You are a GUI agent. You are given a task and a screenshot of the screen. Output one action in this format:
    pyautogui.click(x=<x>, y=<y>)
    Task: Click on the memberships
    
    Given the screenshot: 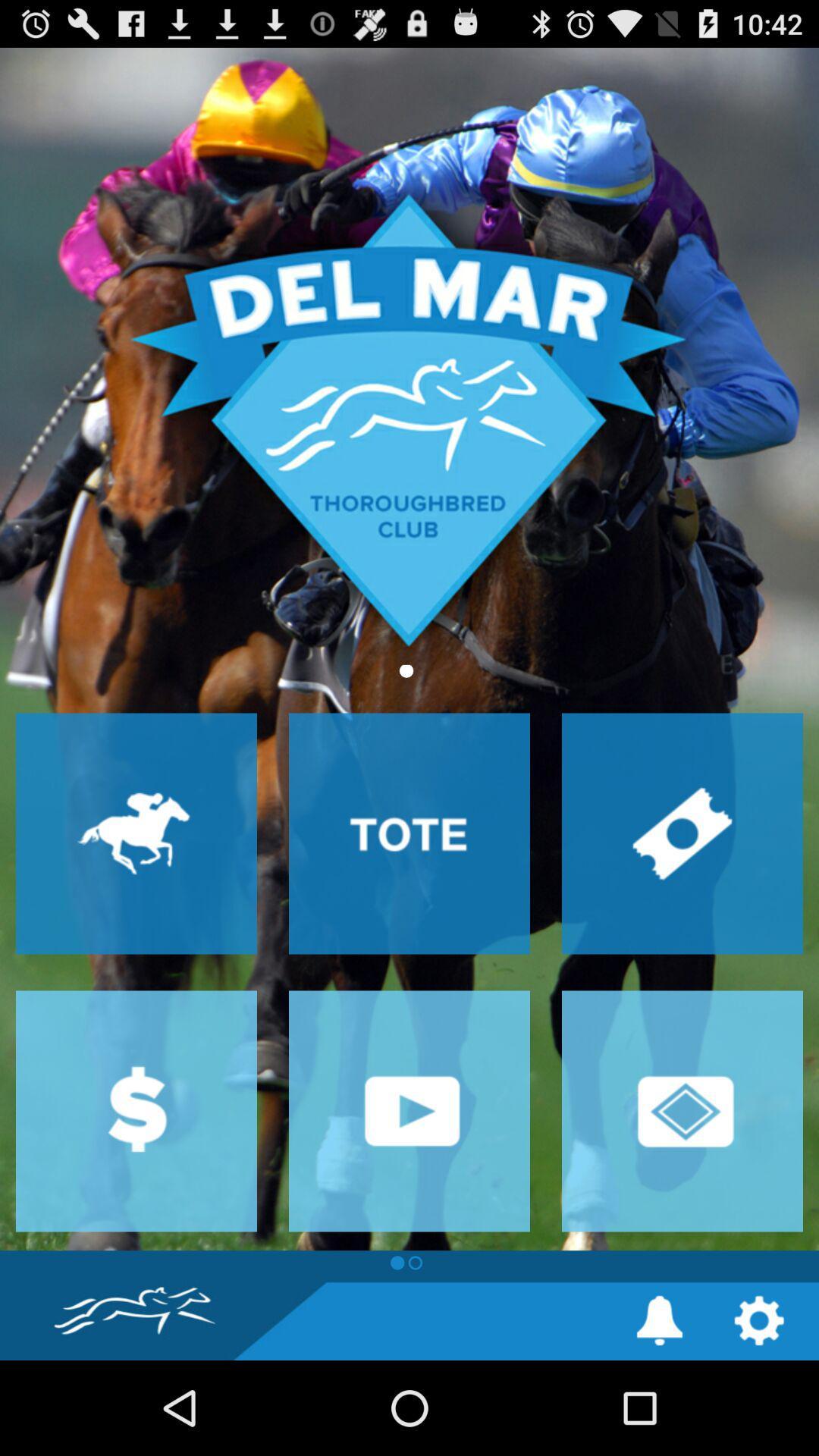 What is the action you would take?
    pyautogui.click(x=681, y=1111)
    